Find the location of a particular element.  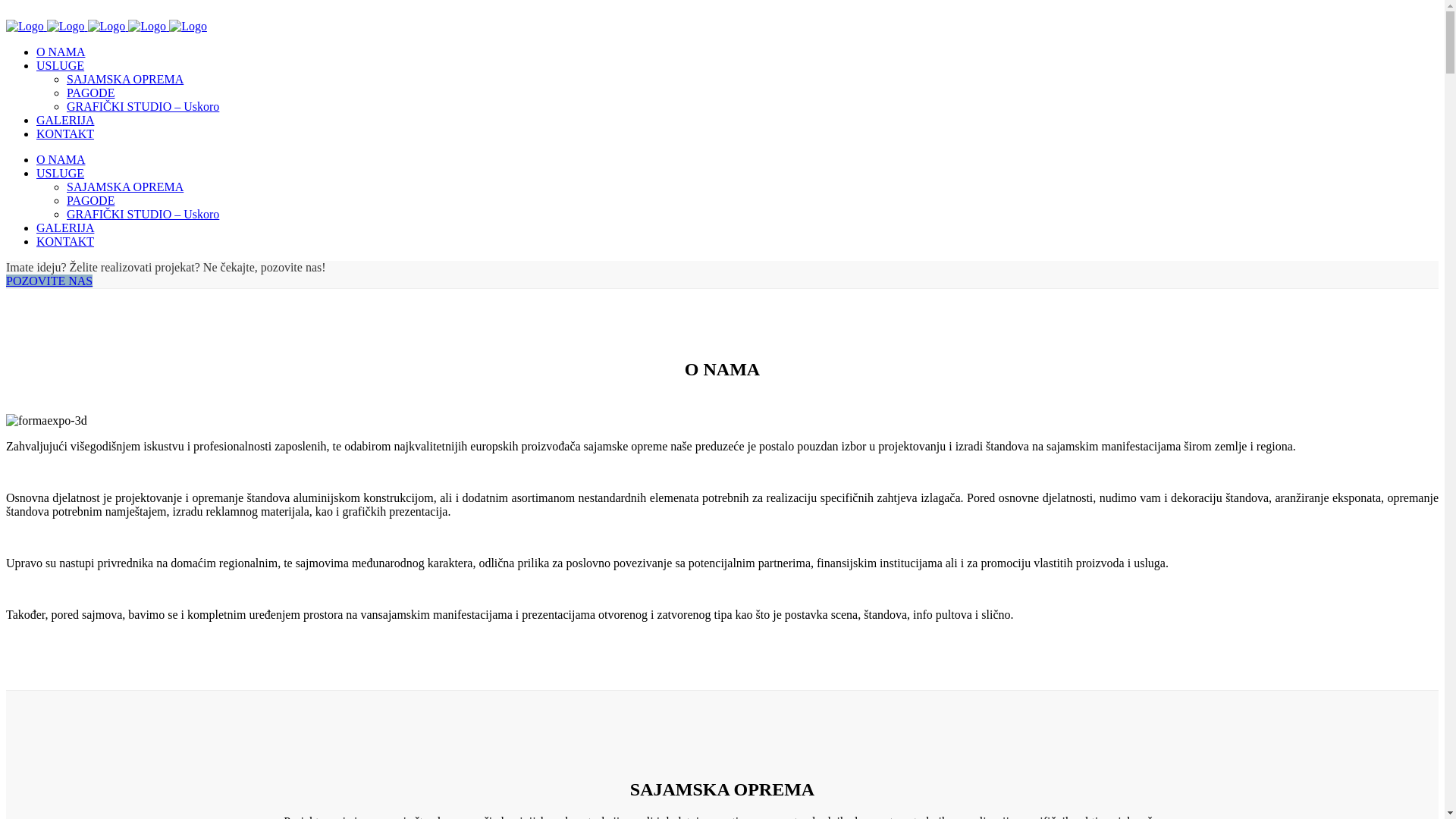

'GALERIJA' is located at coordinates (64, 119).